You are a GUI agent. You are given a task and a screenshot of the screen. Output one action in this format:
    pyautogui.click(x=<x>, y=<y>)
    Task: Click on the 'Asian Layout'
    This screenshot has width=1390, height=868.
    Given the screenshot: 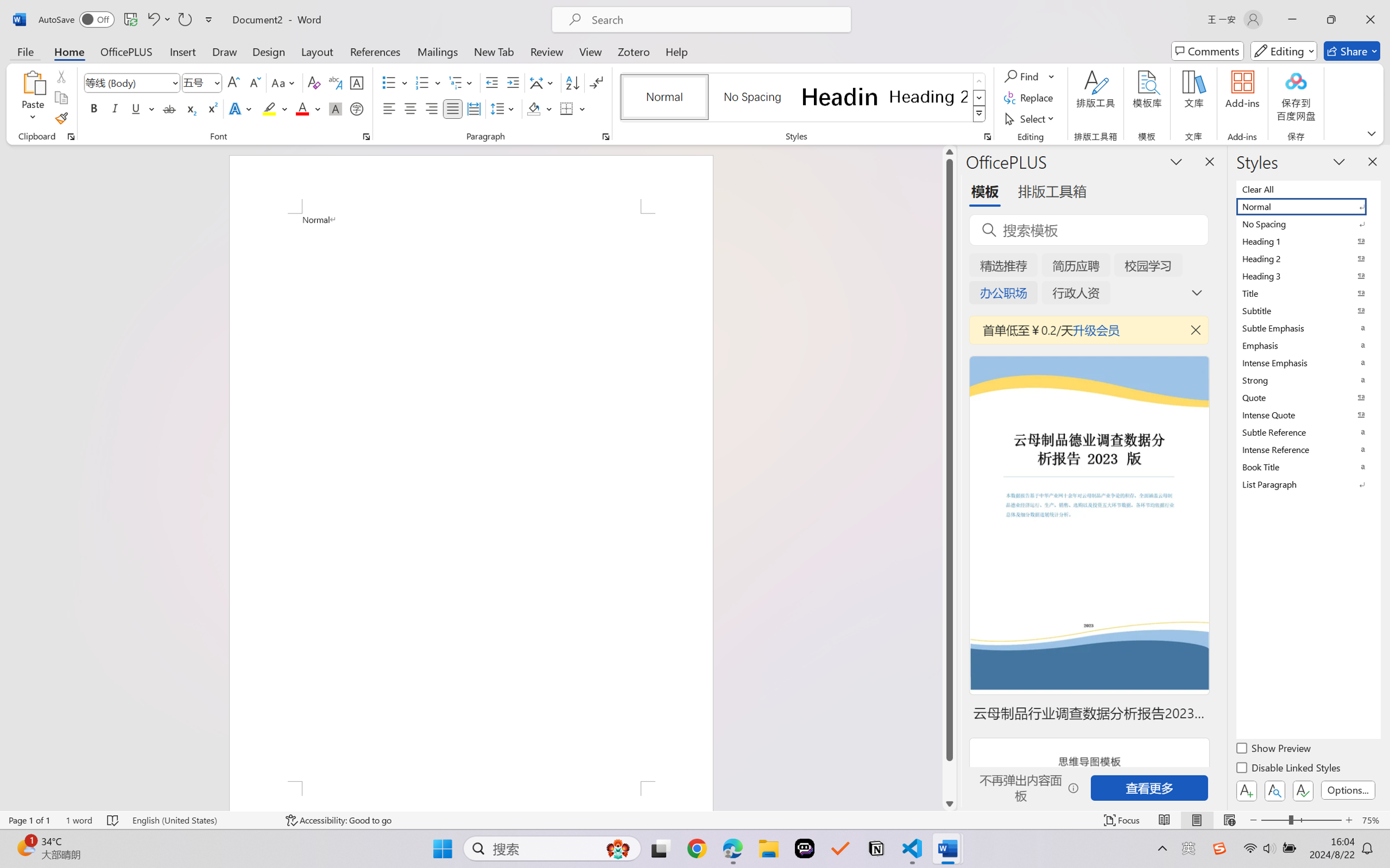 What is the action you would take?
    pyautogui.click(x=542, y=83)
    